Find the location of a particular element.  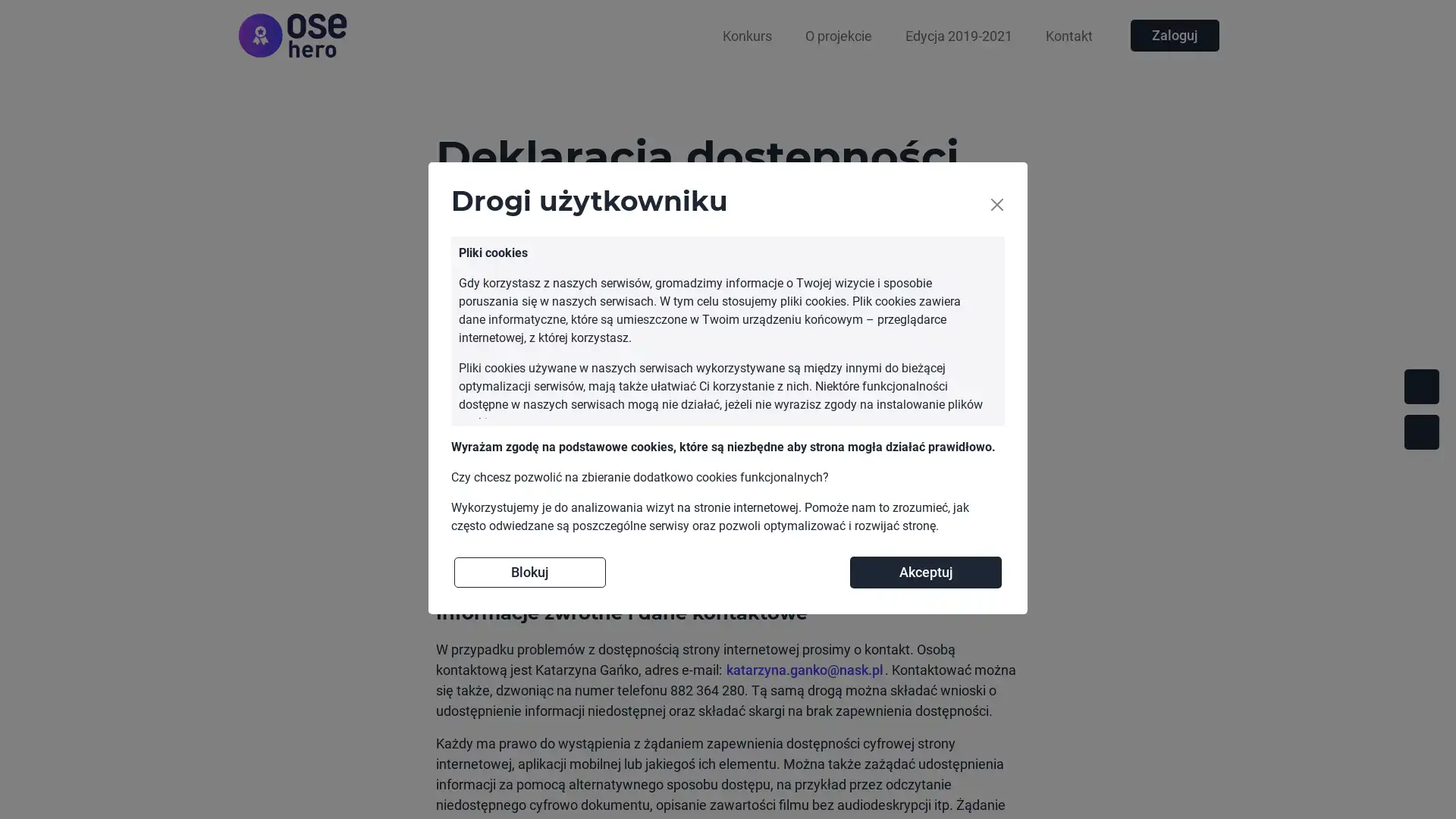

Akceptuj is located at coordinates (924, 571).